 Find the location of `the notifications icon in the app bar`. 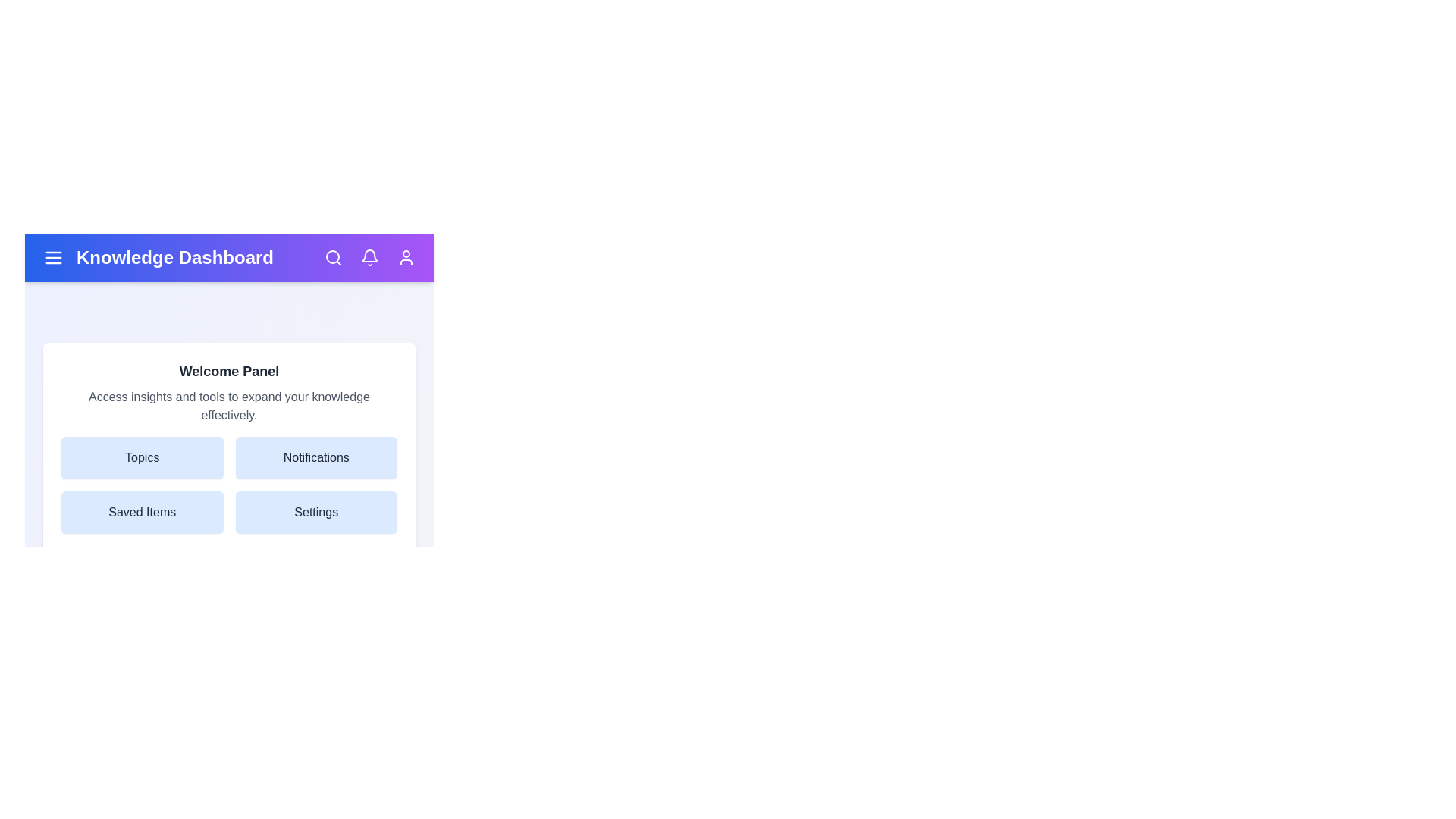

the notifications icon in the app bar is located at coordinates (370, 256).